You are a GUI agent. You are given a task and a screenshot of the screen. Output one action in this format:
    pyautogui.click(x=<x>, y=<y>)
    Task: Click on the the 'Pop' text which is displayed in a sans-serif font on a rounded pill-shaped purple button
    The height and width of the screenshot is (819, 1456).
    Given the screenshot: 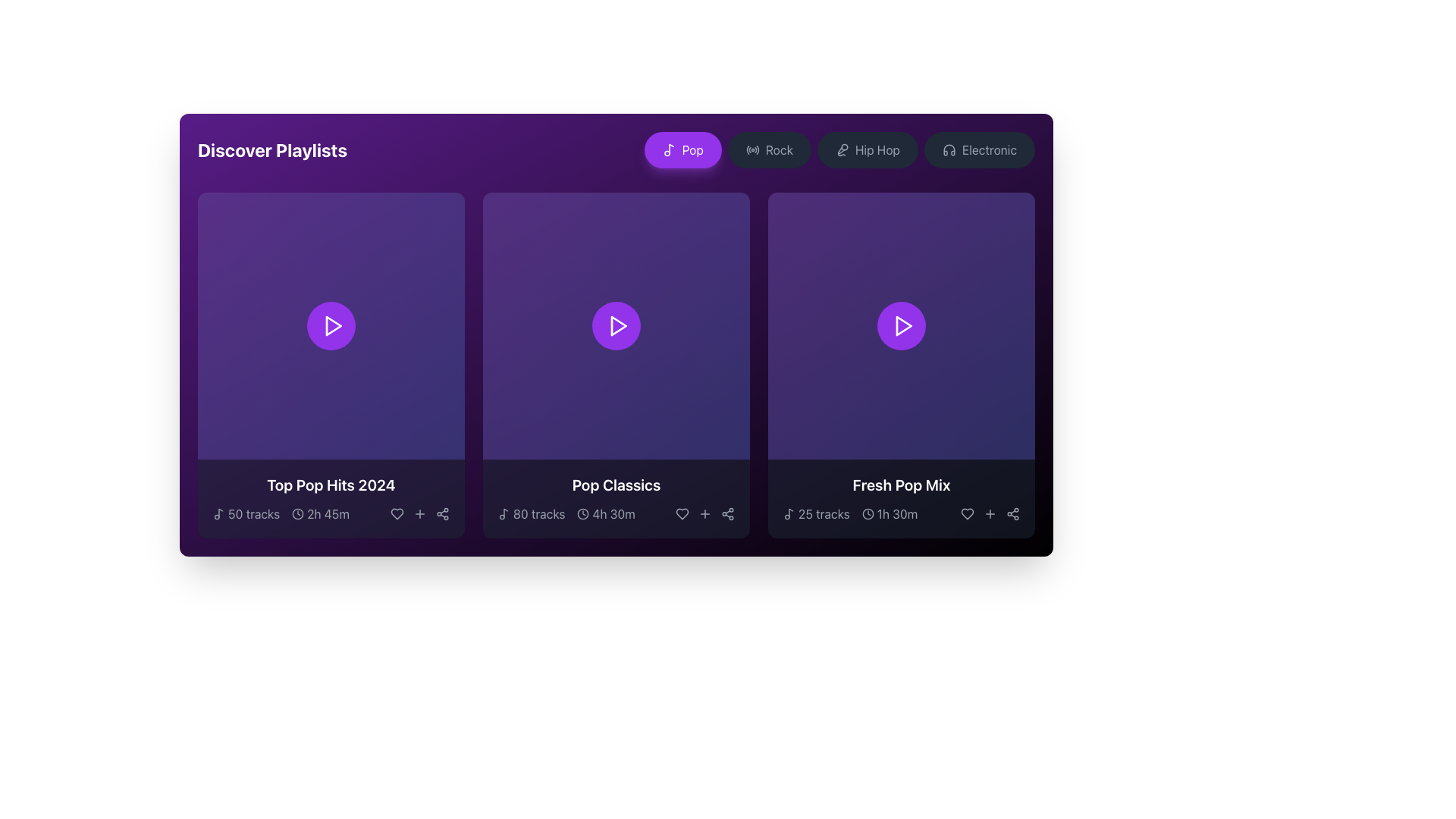 What is the action you would take?
    pyautogui.click(x=692, y=149)
    